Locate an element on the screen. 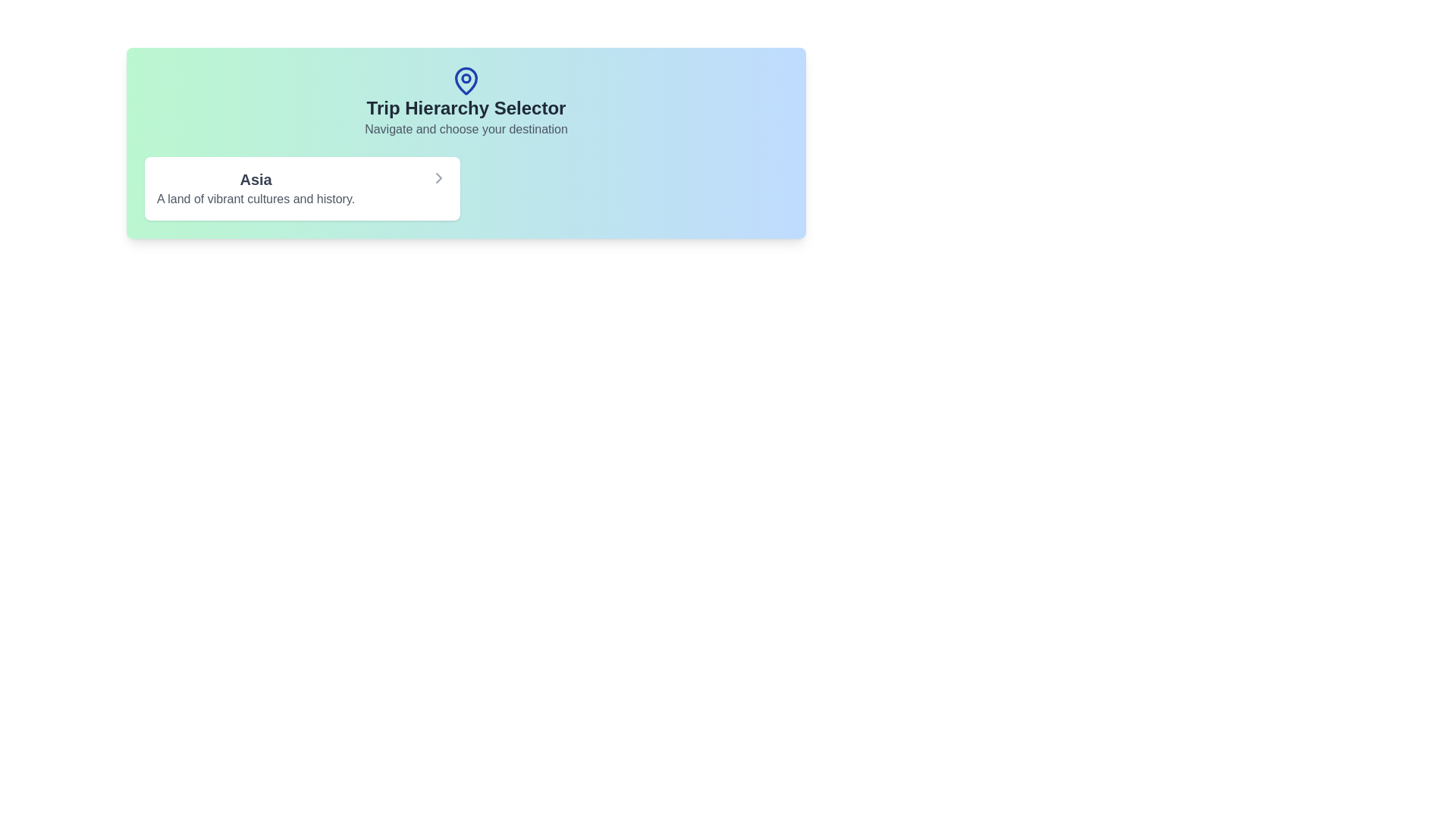 The image size is (1456, 819). the blue map pin icon, which is a visual indicator positioned above the text 'Trip Hierarchy Selector' is located at coordinates (465, 81).